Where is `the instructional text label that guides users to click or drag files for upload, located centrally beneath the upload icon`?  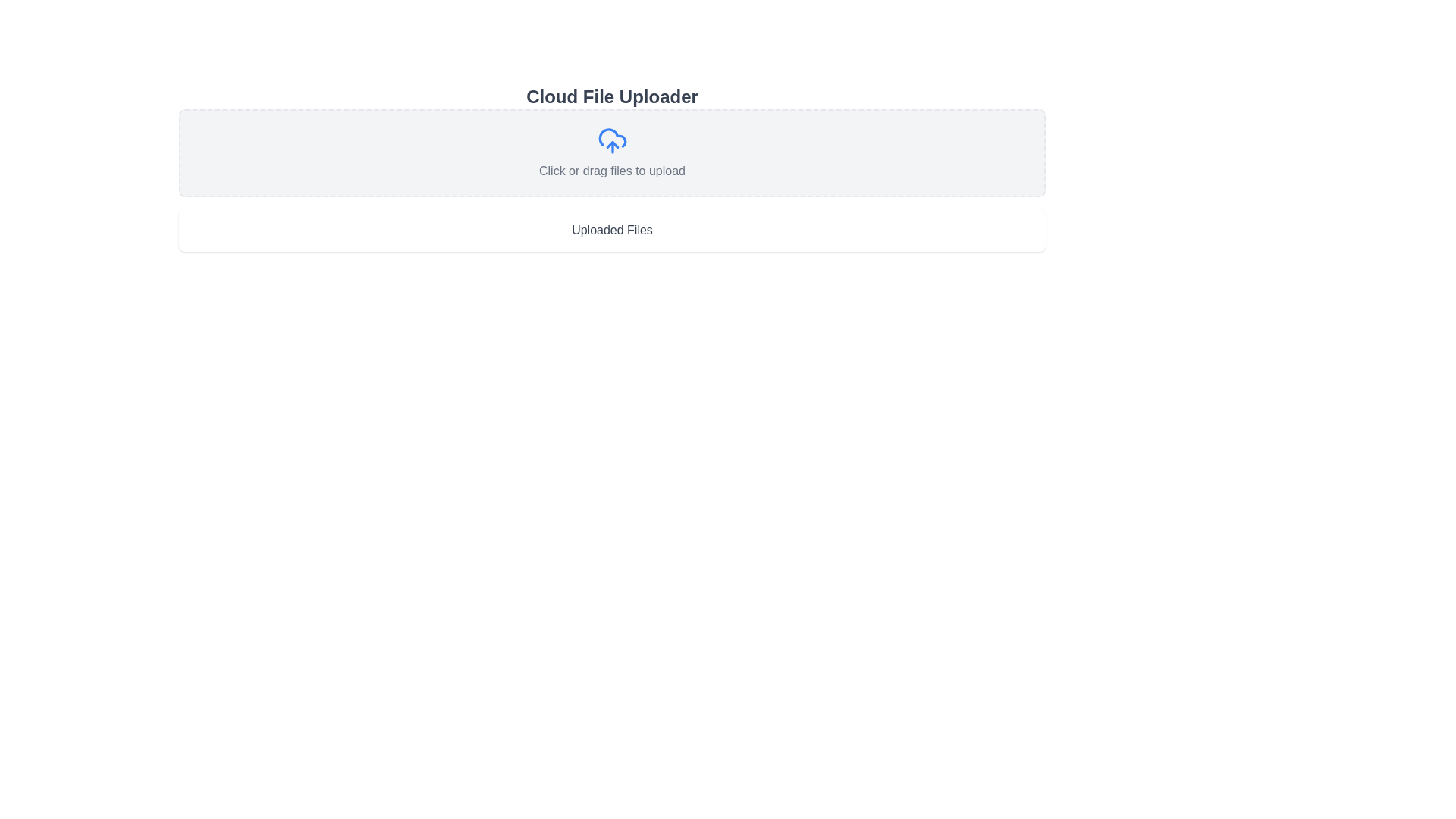
the instructional text label that guides users to click or drag files for upload, located centrally beneath the upload icon is located at coordinates (612, 171).